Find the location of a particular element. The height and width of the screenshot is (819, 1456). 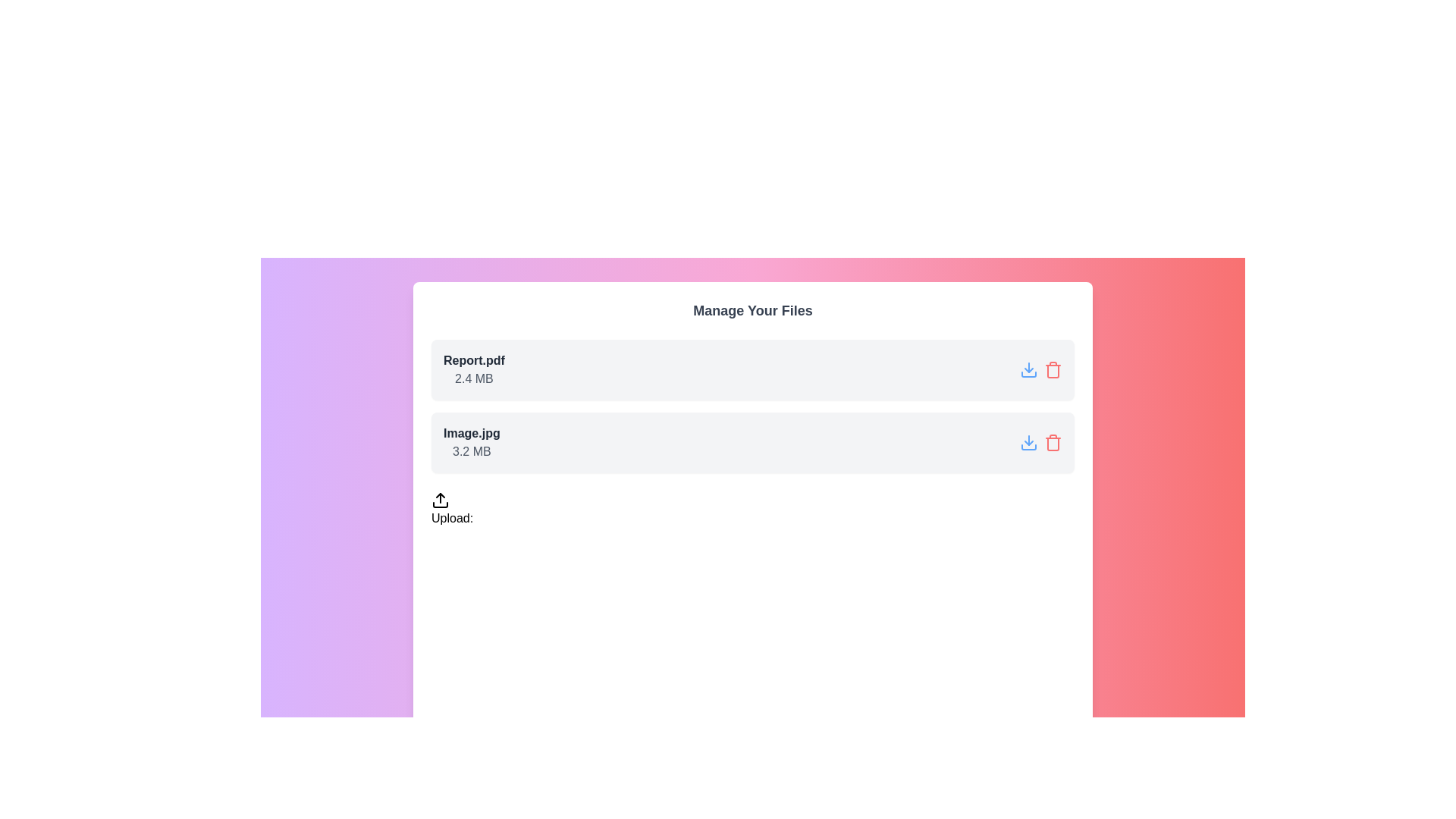

the label displaying 'Report.pdf' and '2.4 MB' which is the first item in the vertical list of file entries in the center panel is located at coordinates (473, 370).